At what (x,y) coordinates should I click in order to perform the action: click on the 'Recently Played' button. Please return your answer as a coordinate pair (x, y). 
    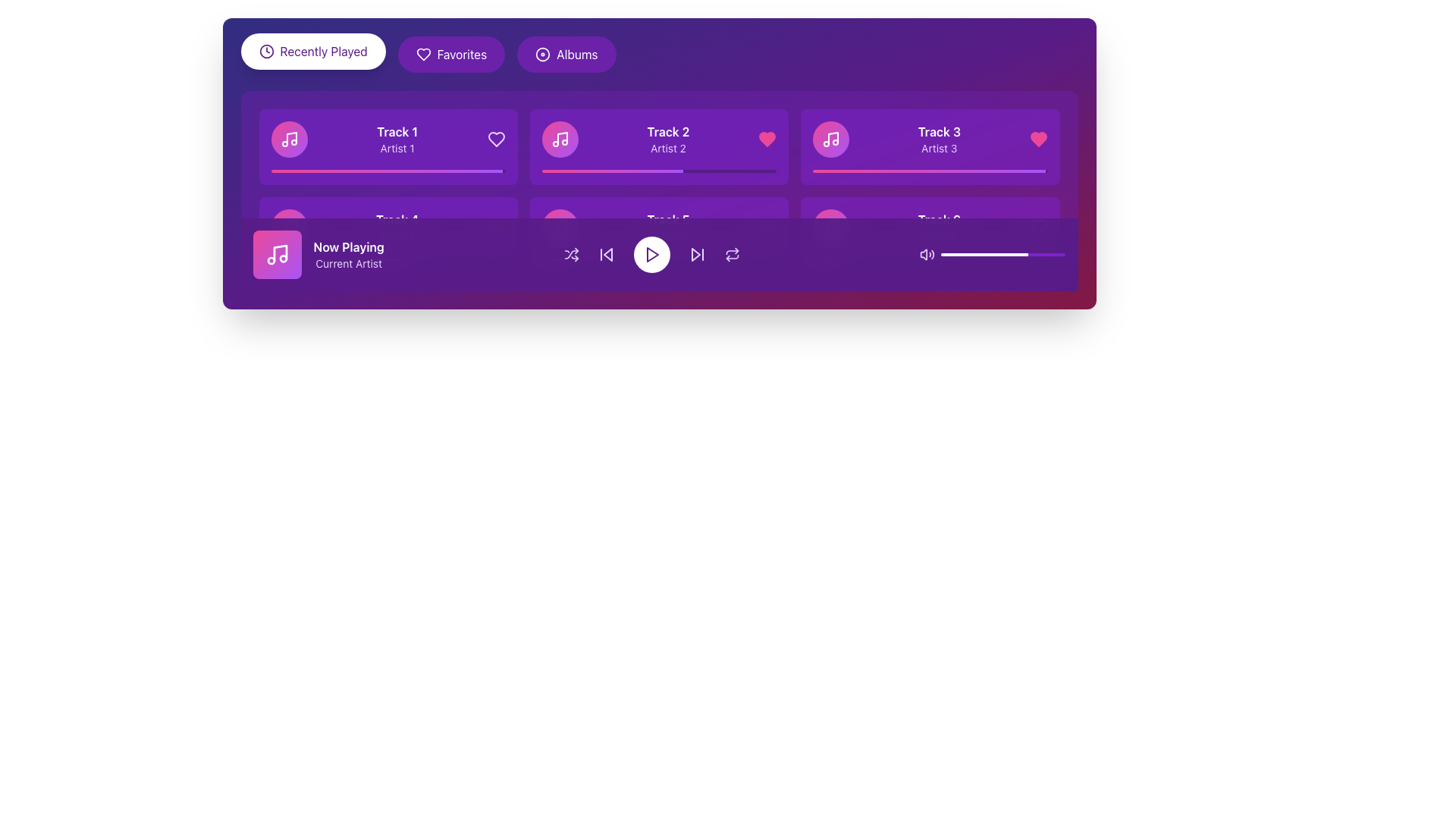
    Looking at the image, I should click on (312, 51).